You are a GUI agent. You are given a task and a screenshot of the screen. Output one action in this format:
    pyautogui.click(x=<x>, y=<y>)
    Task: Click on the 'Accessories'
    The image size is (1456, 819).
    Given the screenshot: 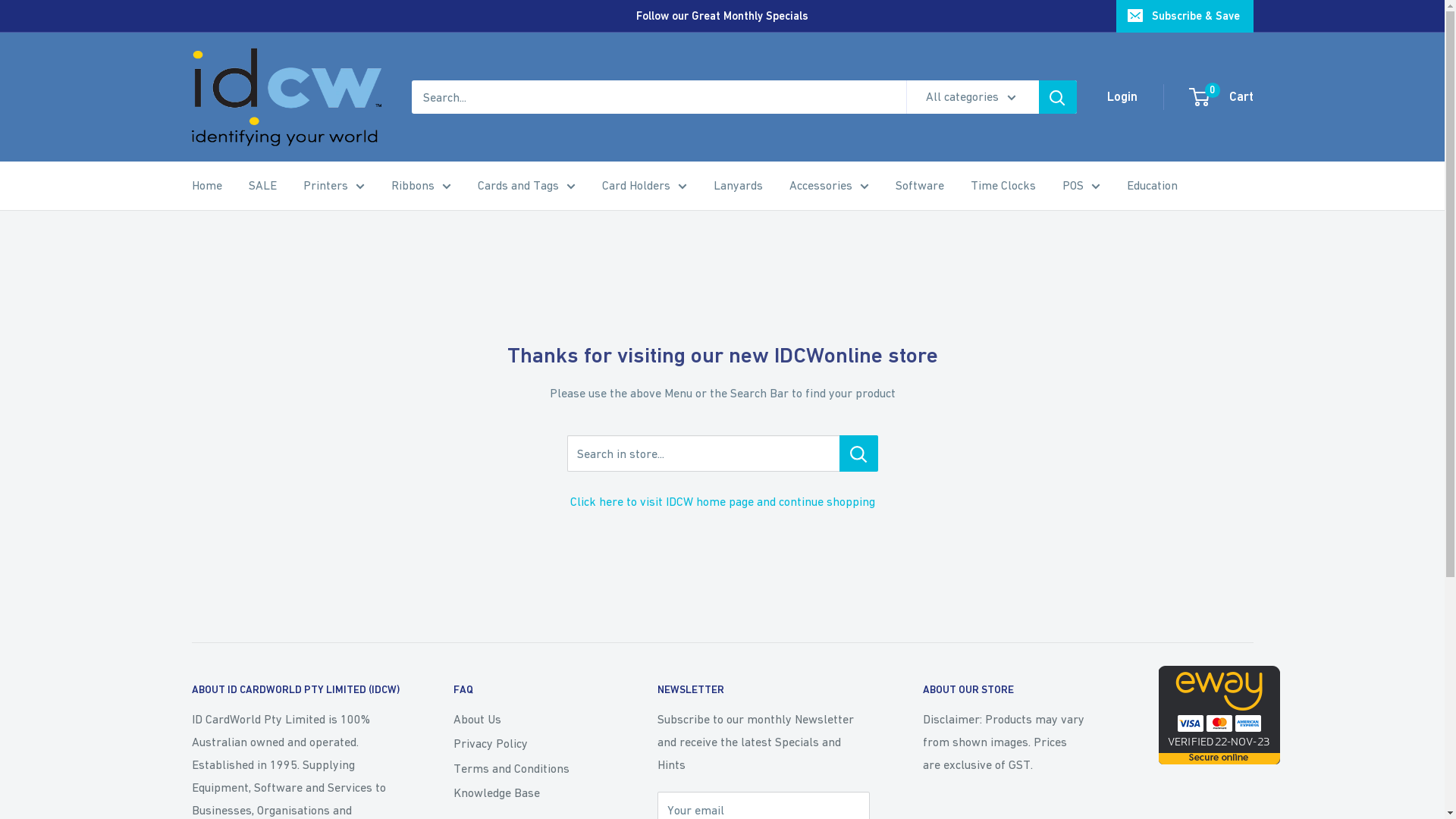 What is the action you would take?
    pyautogui.click(x=827, y=185)
    